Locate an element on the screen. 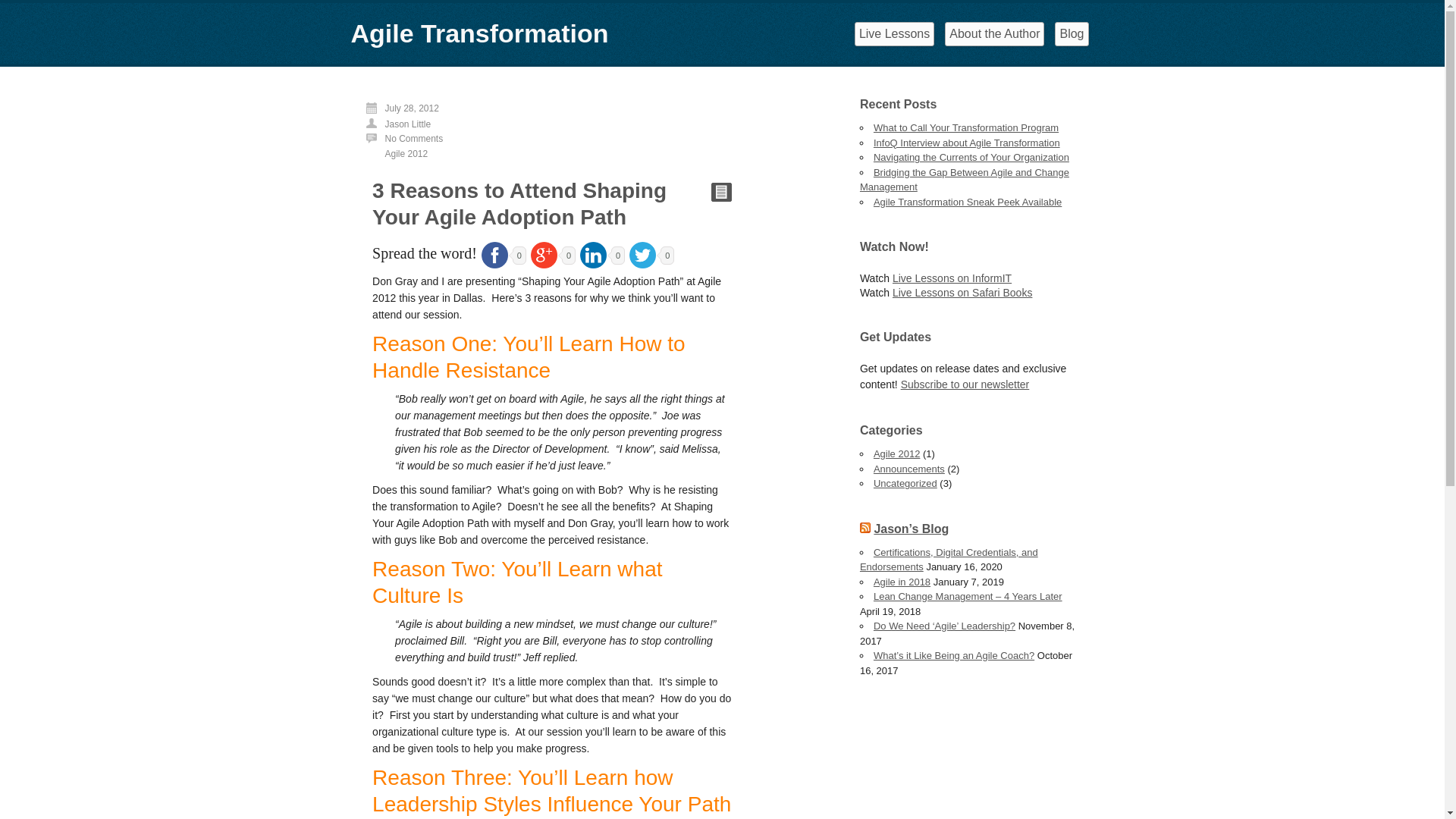 This screenshot has height=819, width=1456. 'Announcements' is located at coordinates (874, 467).